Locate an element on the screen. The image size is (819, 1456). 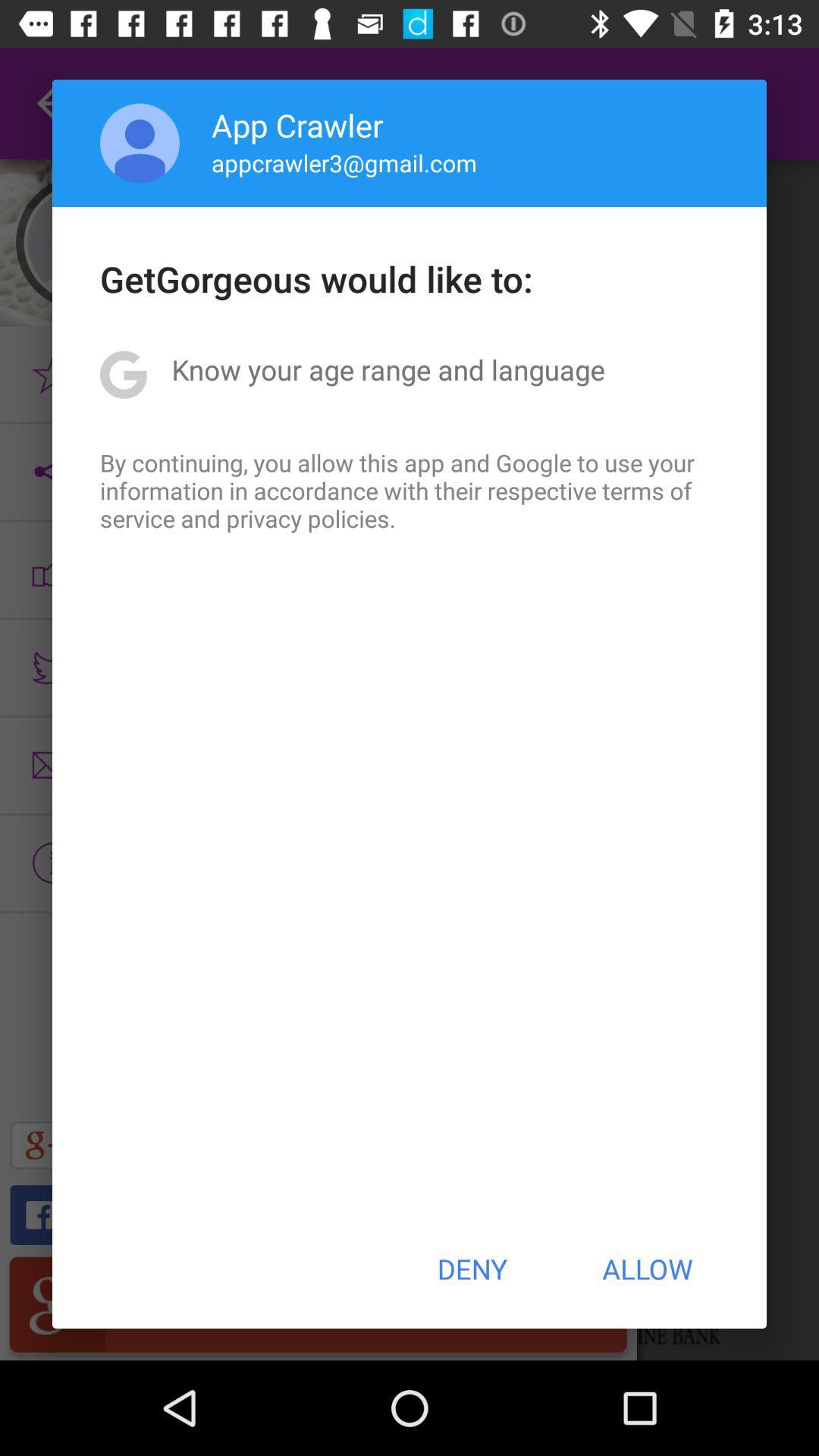
item above the getgorgeous would like is located at coordinates (140, 143).